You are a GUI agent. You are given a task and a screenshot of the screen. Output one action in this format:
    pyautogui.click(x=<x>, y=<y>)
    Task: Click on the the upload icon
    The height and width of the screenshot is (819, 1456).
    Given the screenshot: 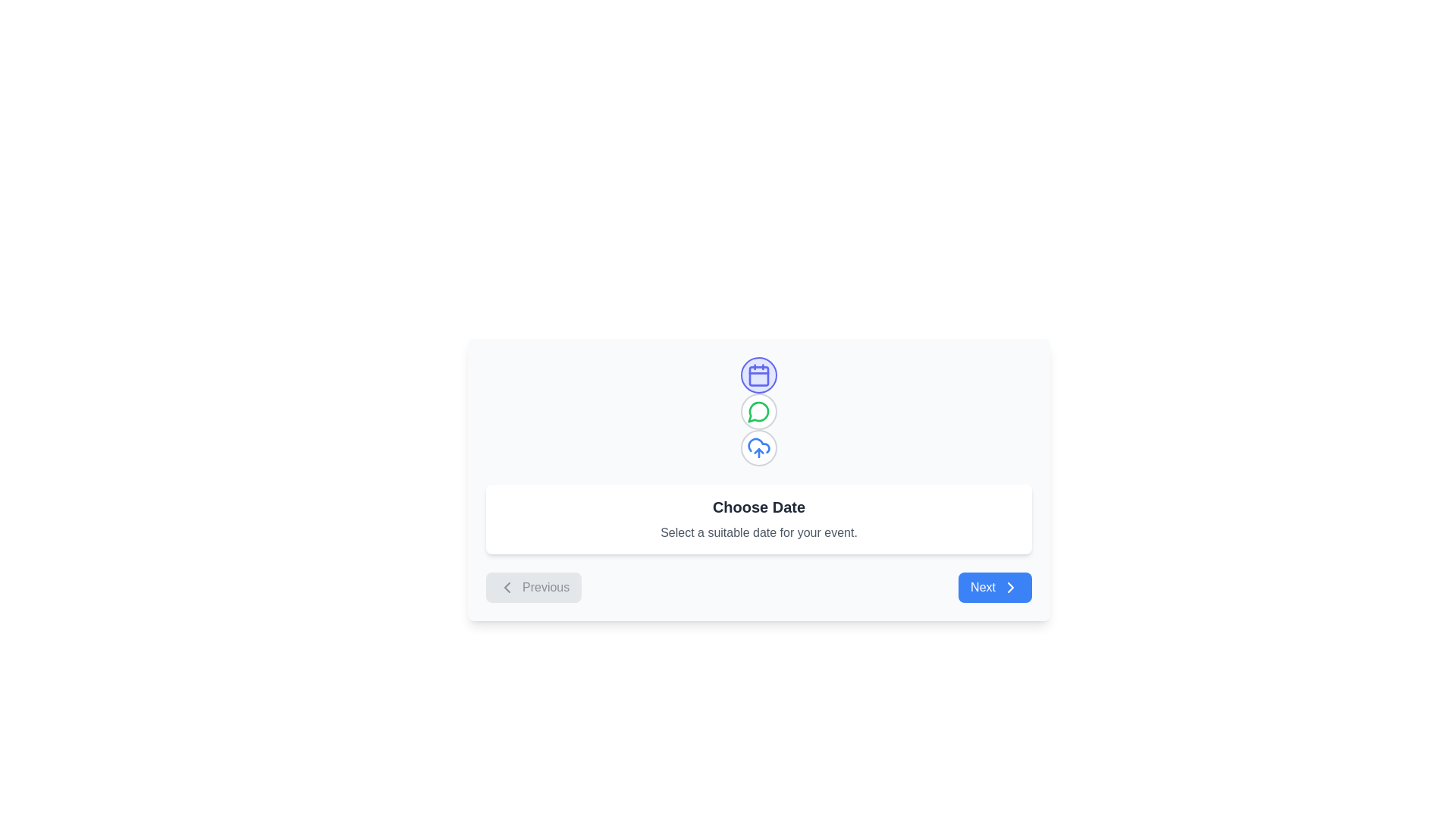 What is the action you would take?
    pyautogui.click(x=759, y=447)
    